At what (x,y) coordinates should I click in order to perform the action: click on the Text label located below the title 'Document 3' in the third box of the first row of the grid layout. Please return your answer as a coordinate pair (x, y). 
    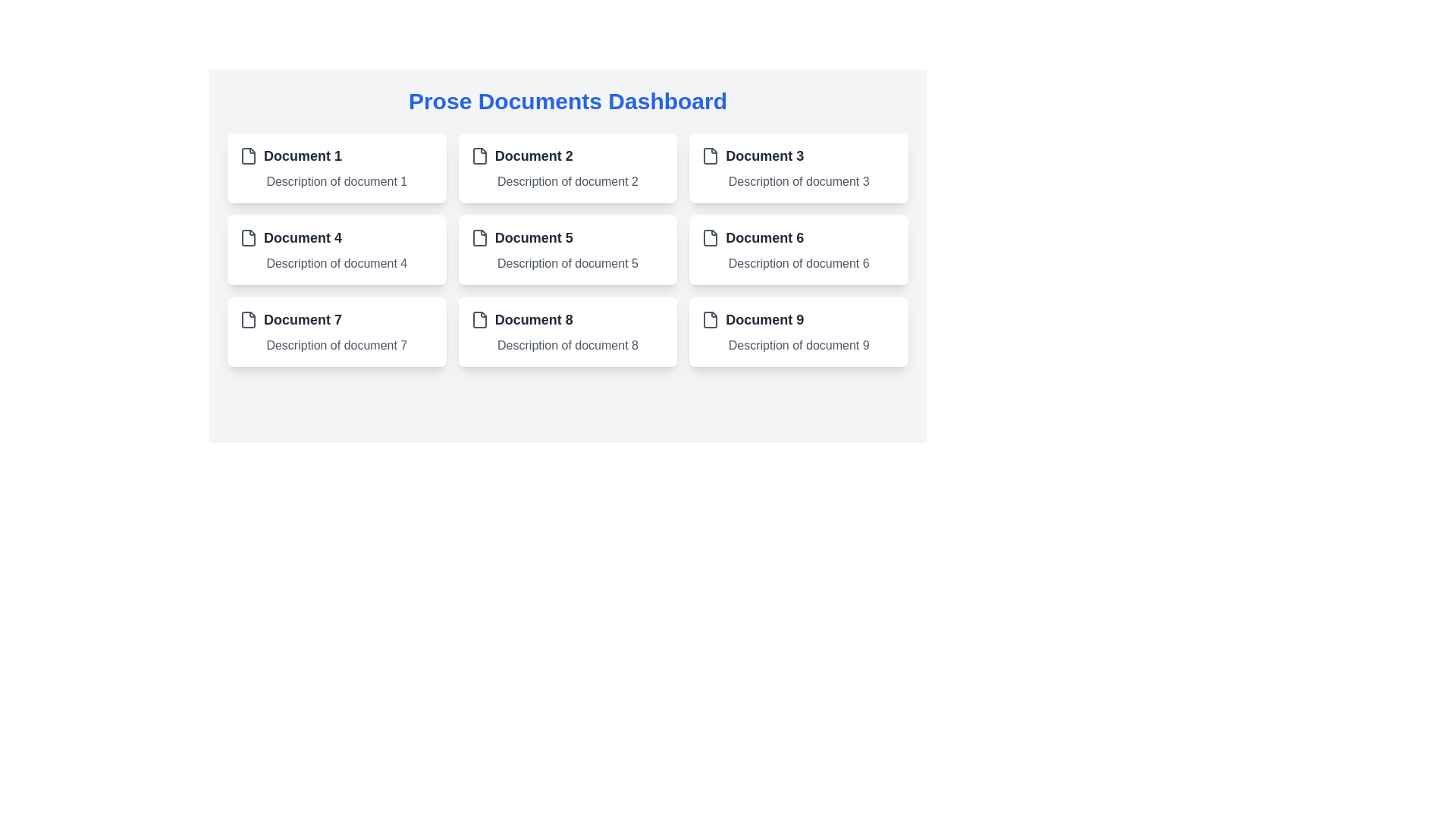
    Looking at the image, I should click on (798, 180).